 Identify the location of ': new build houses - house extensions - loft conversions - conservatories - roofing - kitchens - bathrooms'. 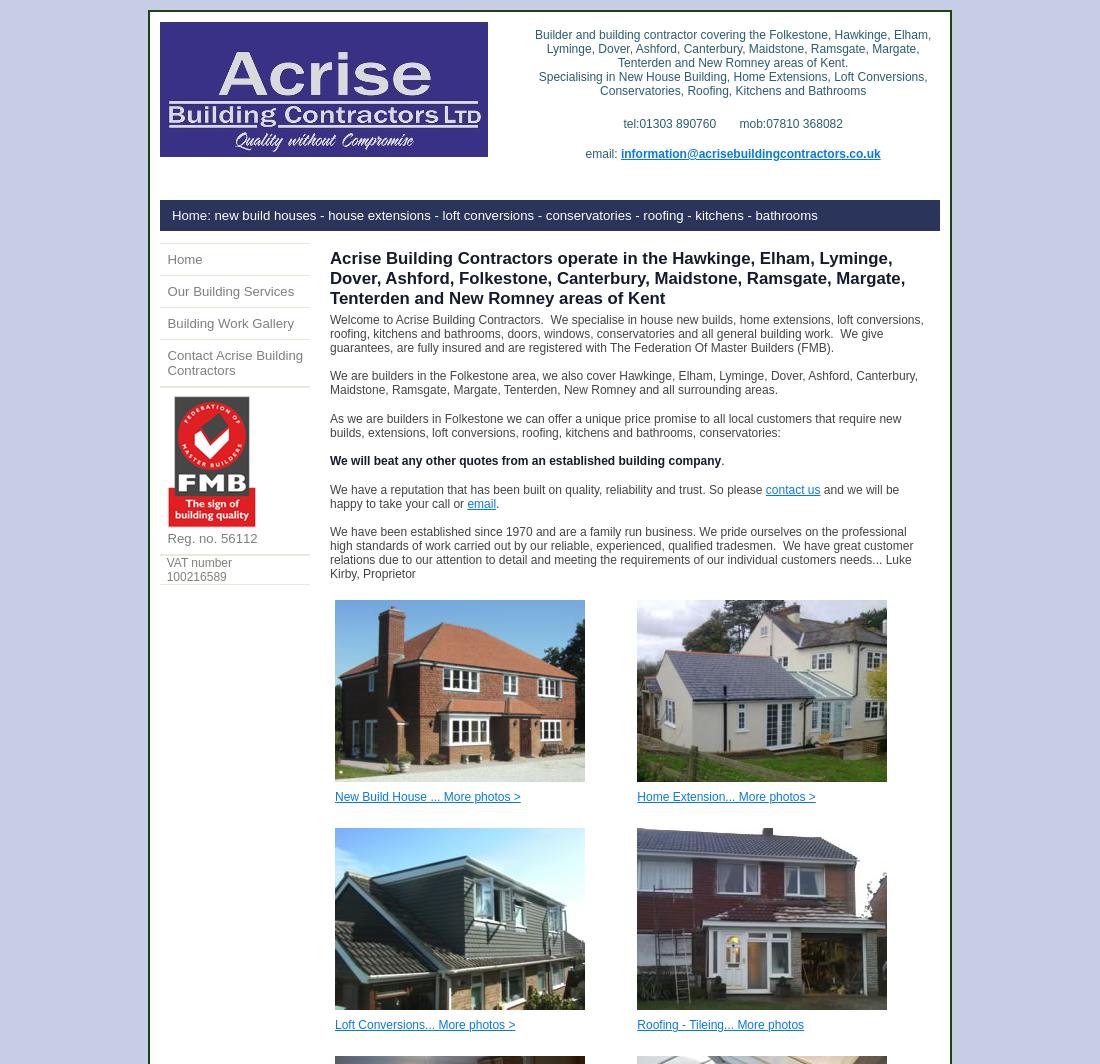
(512, 215).